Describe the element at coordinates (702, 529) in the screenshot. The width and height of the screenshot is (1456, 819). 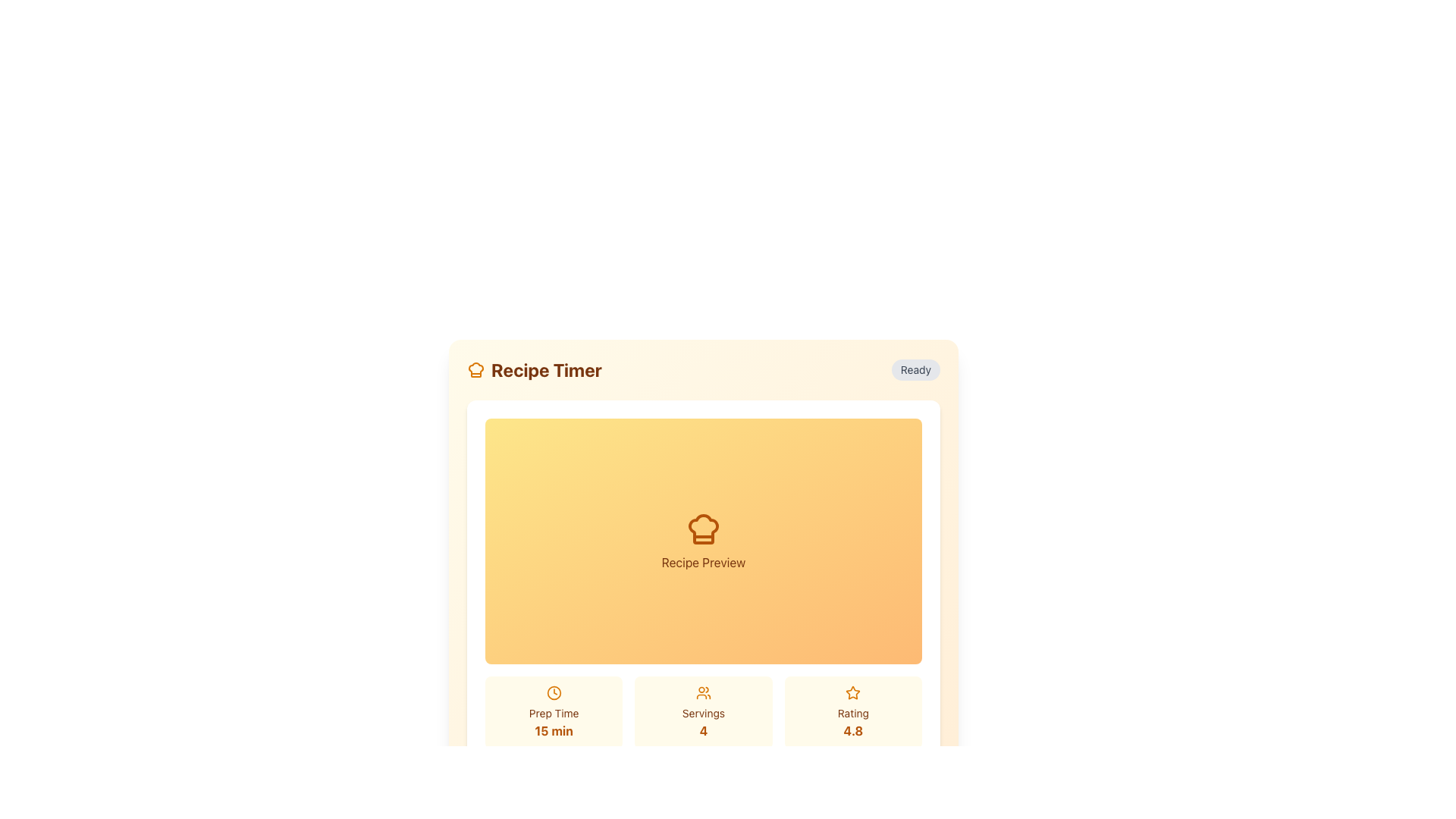
I see `the chef hat icon, which is styled with rounded edges and a line across the bottom, located within the orange rectangular area labeled 'Recipe Preview.'` at that location.